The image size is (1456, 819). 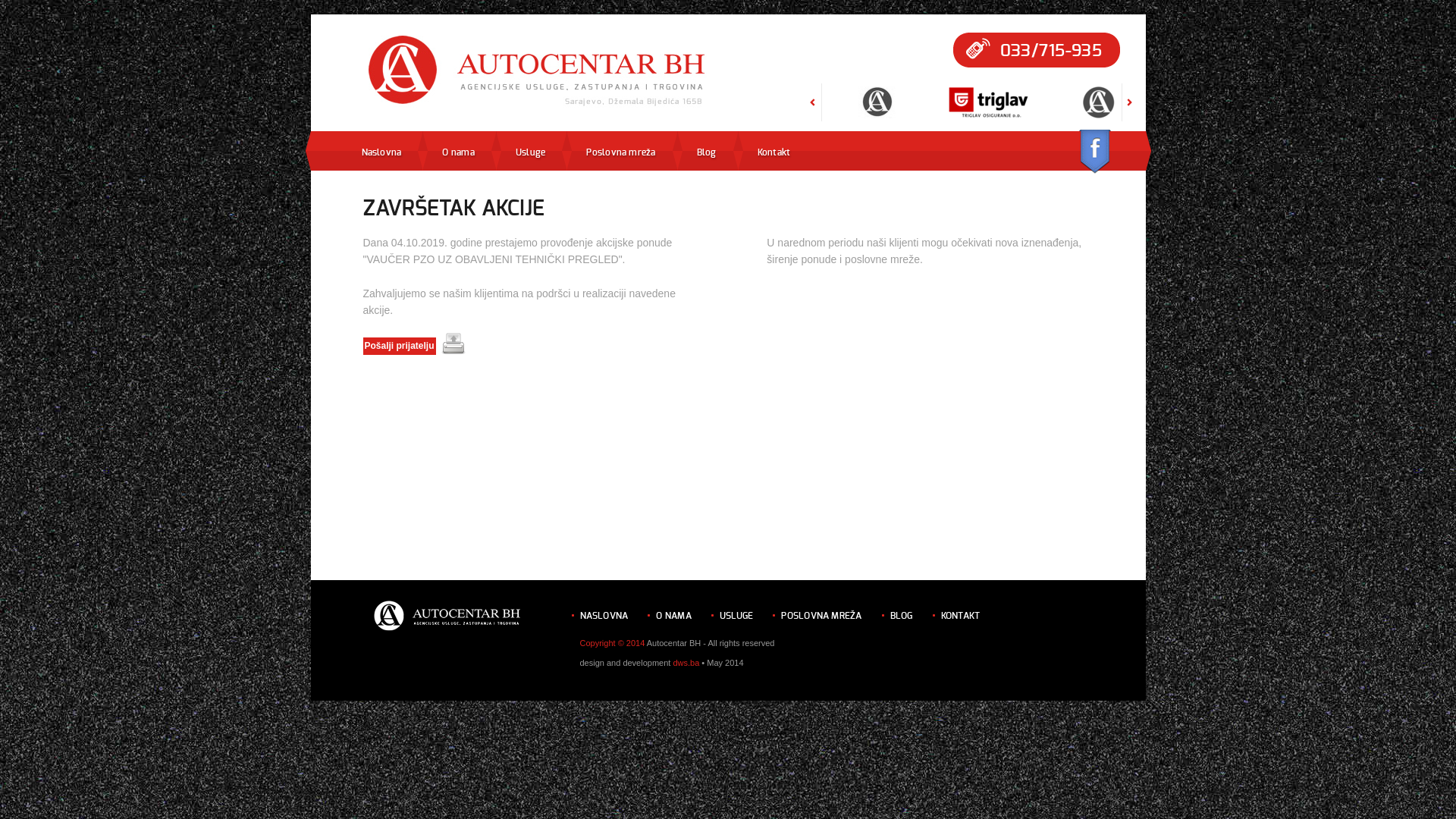 What do you see at coordinates (578, 615) in the screenshot?
I see `'NASLOVNA'` at bounding box center [578, 615].